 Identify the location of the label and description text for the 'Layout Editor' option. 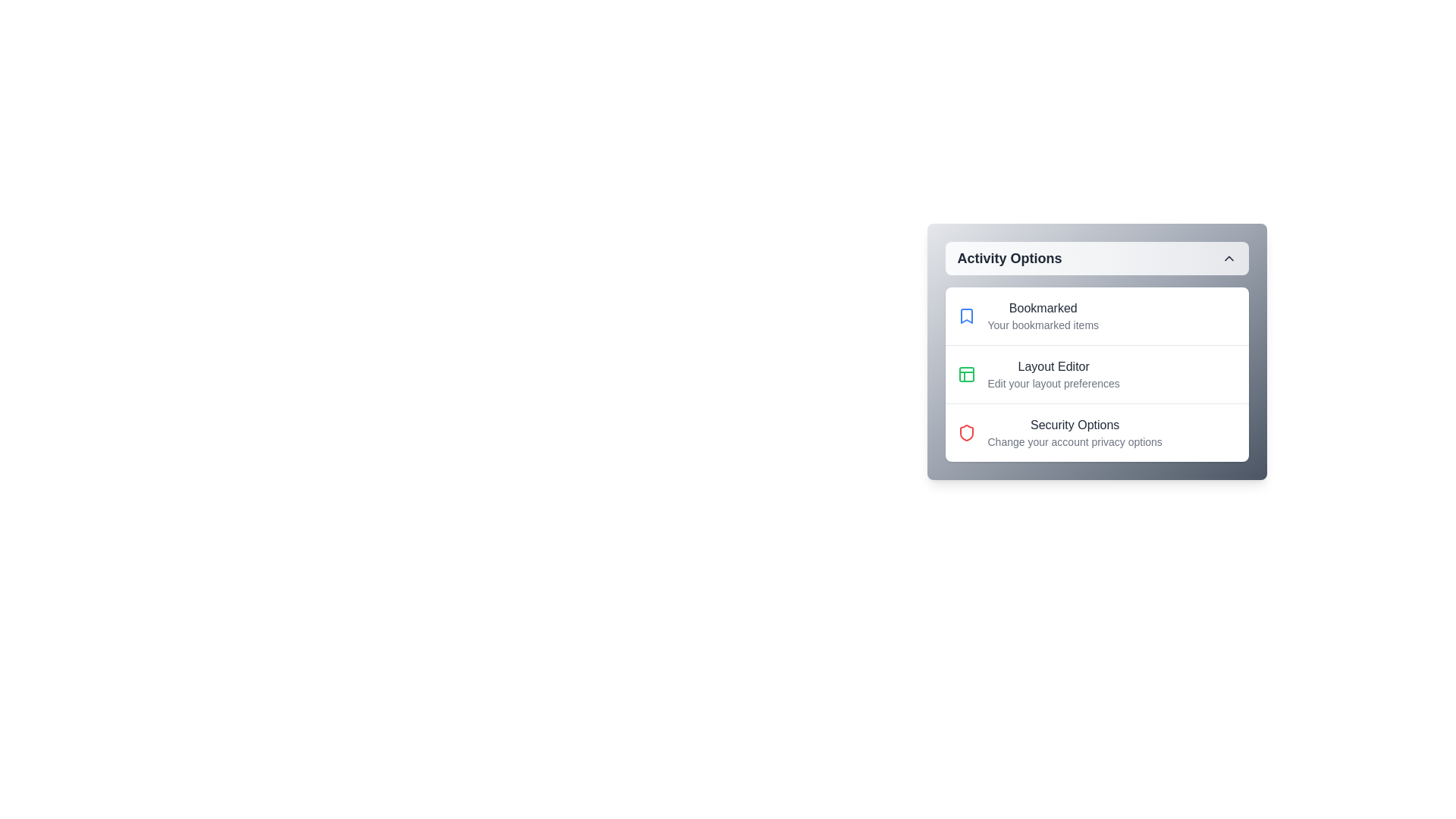
(1052, 374).